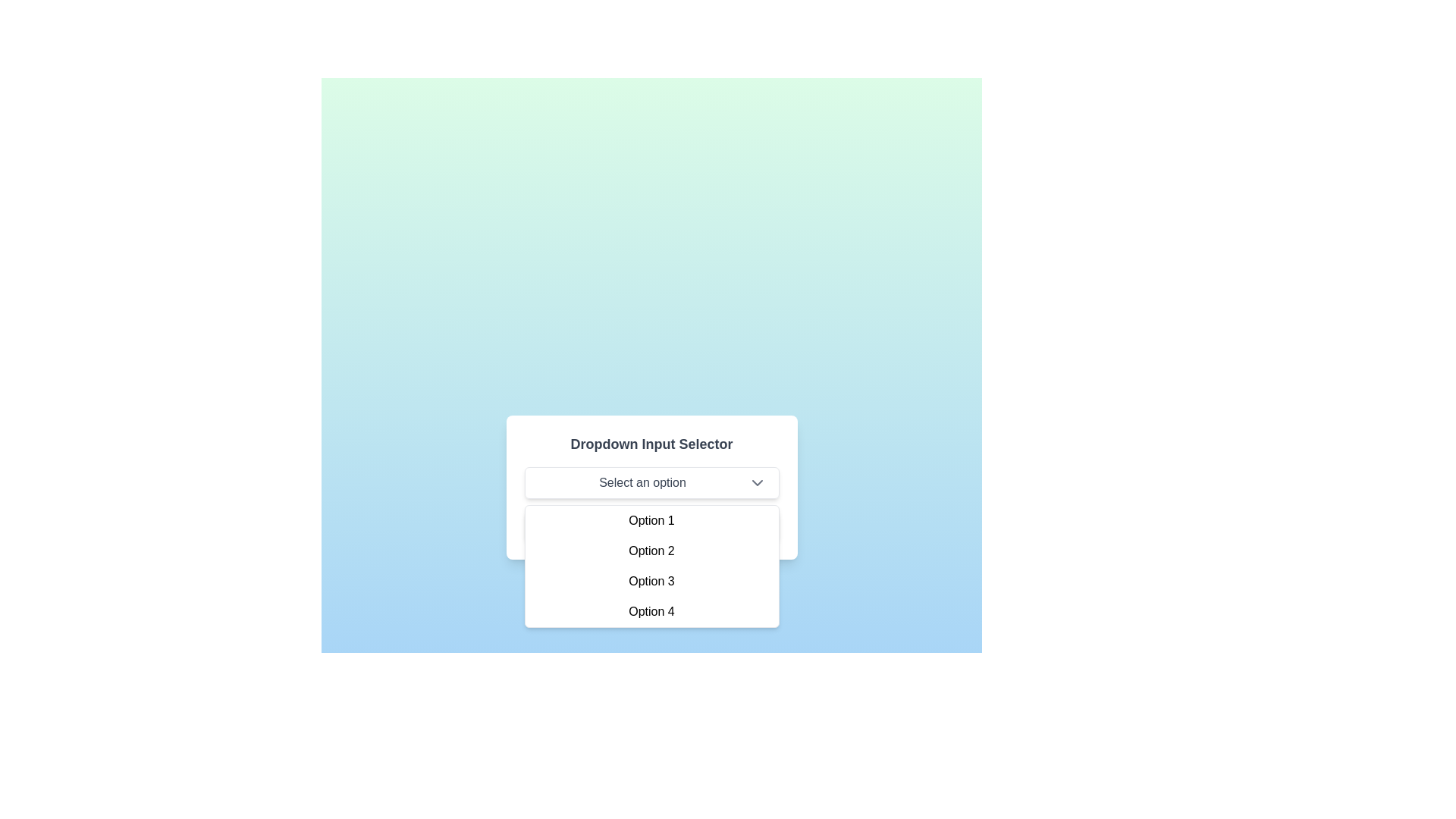 The image size is (1456, 819). What do you see at coordinates (651, 551) in the screenshot?
I see `the 'Option 2' dropdown item which has a white background and is the second option in the dropdown menu` at bounding box center [651, 551].